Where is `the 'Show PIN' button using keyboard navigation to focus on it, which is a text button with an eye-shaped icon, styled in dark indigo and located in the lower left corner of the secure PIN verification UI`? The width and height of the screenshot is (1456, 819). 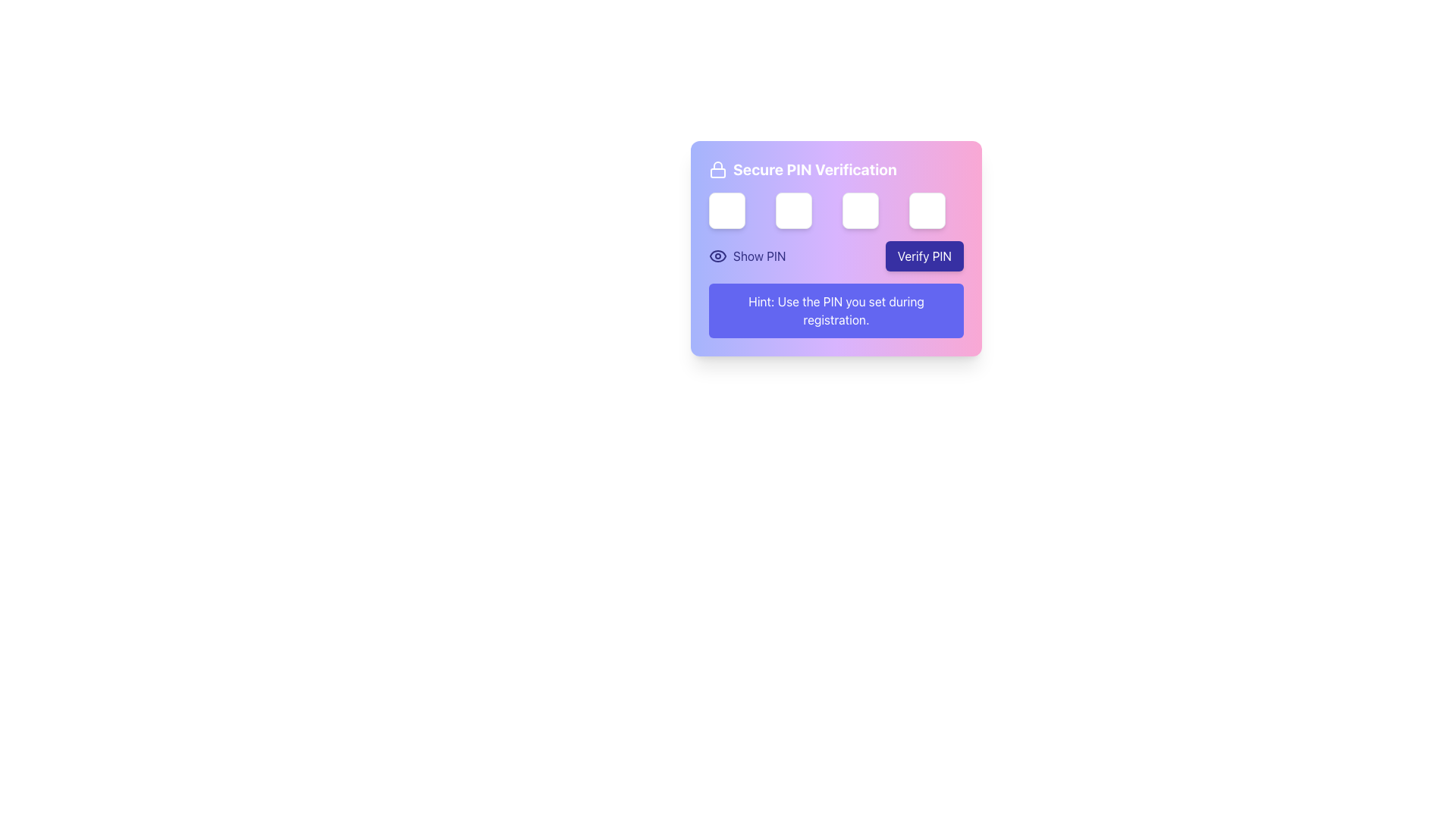
the 'Show PIN' button using keyboard navigation to focus on it, which is a text button with an eye-shaped icon, styled in dark indigo and located in the lower left corner of the secure PIN verification UI is located at coordinates (747, 256).